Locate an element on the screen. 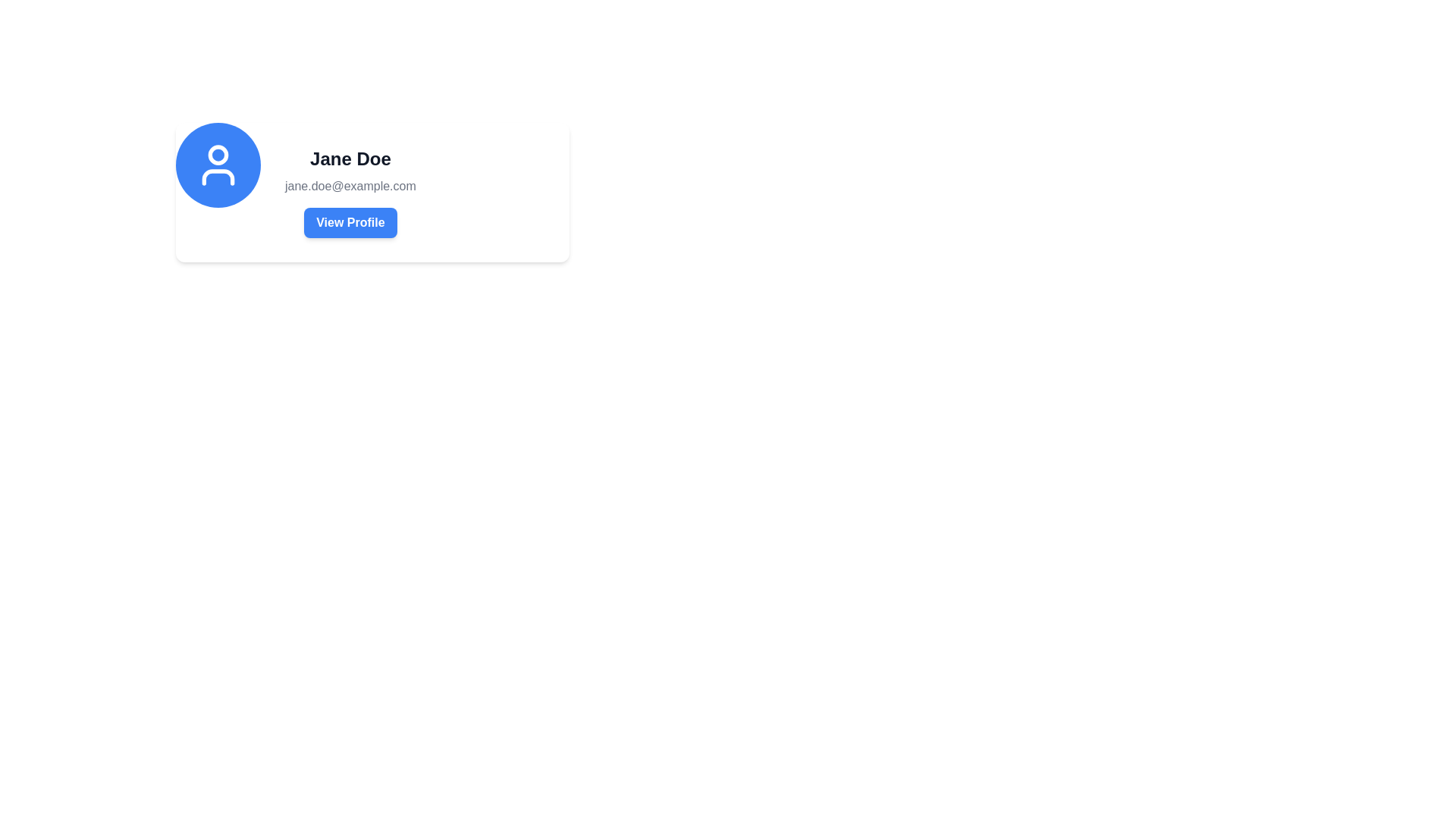  the curved, rounded line segment of the user avatar graphic located at the top-left of the interface, which is part of an SVG graphic with a white color against a blue circular background is located at coordinates (218, 177).